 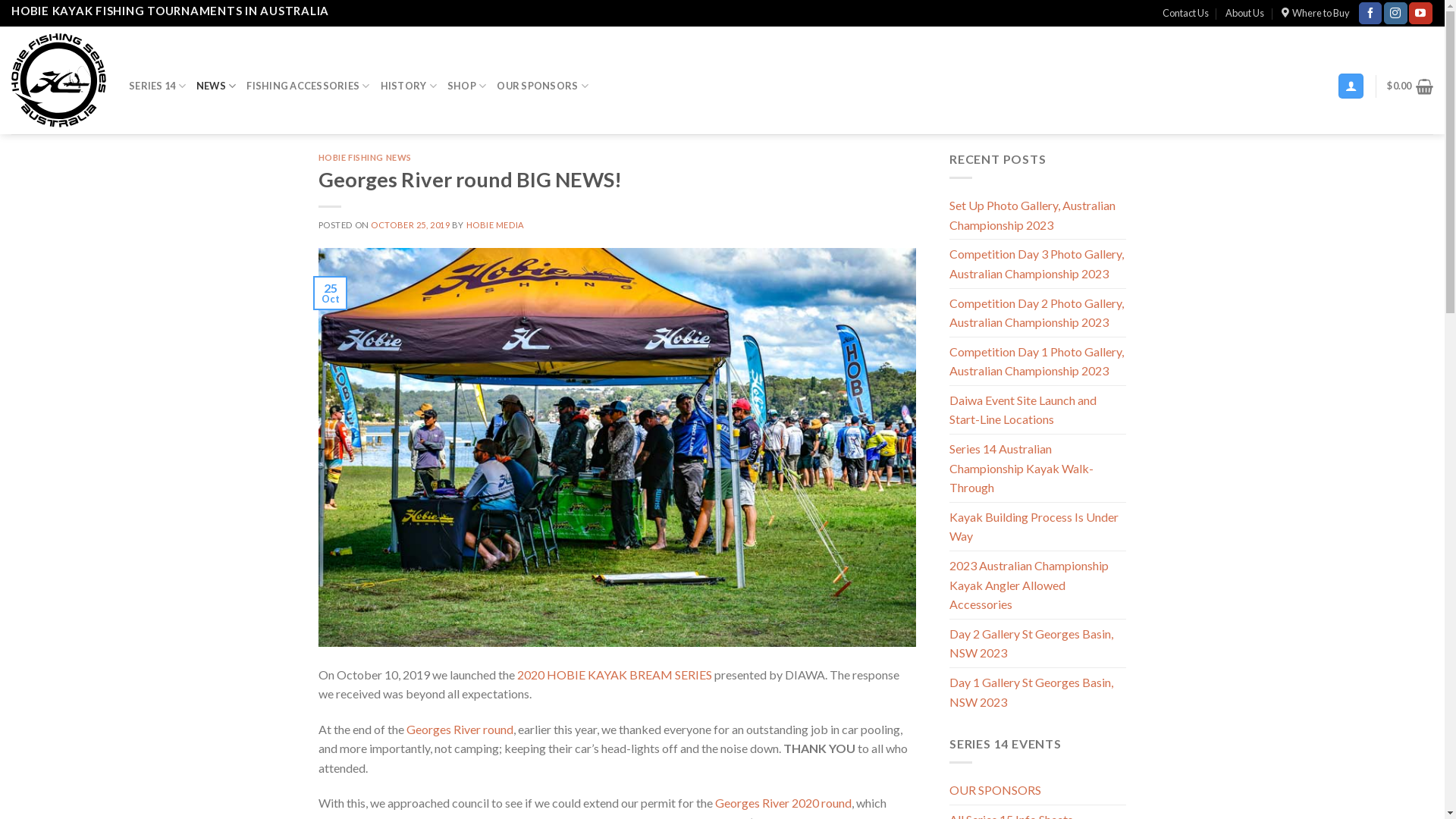 What do you see at coordinates (365, 157) in the screenshot?
I see `'HOBIE FISHING NEWS'` at bounding box center [365, 157].